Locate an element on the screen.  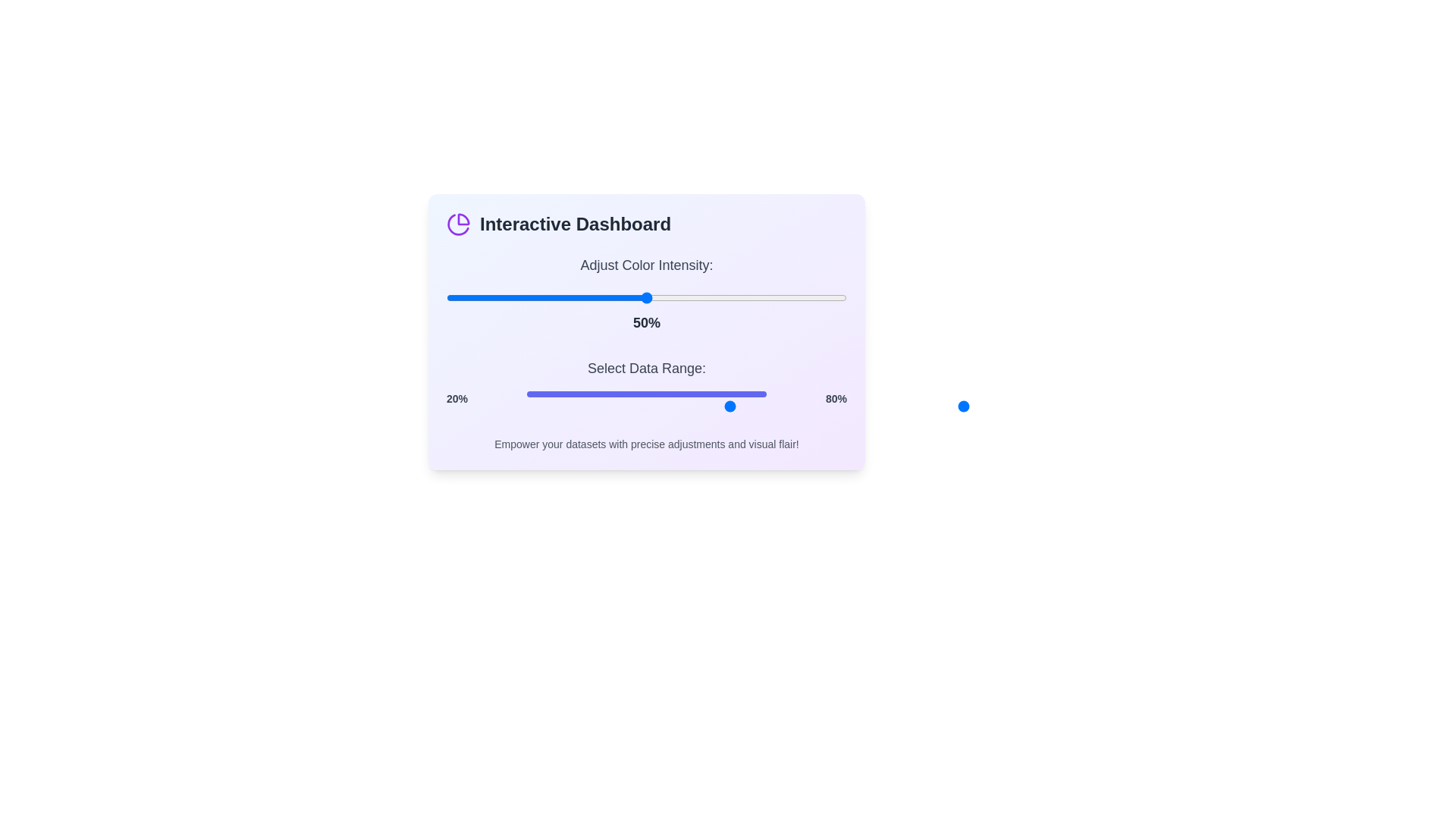
the color intensity is located at coordinates (486, 298).